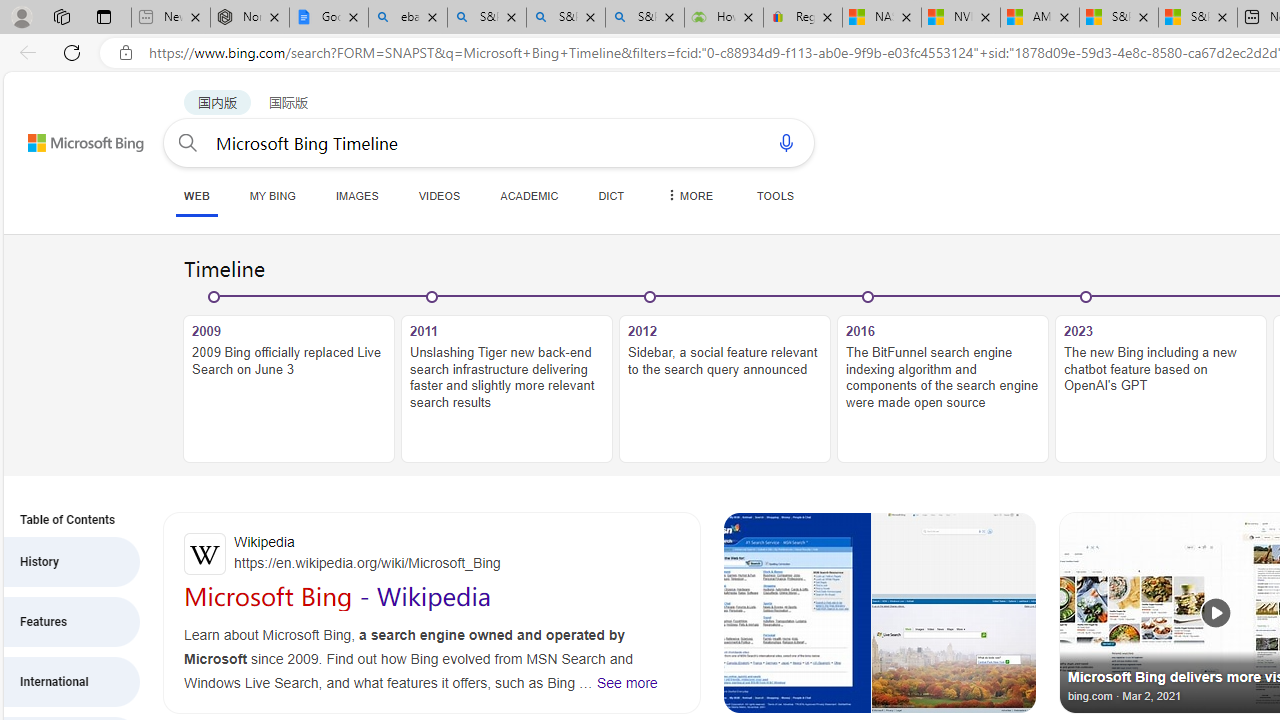 The image size is (1280, 720). What do you see at coordinates (803, 17) in the screenshot?
I see `'Register: Create a personal eBay account'` at bounding box center [803, 17].